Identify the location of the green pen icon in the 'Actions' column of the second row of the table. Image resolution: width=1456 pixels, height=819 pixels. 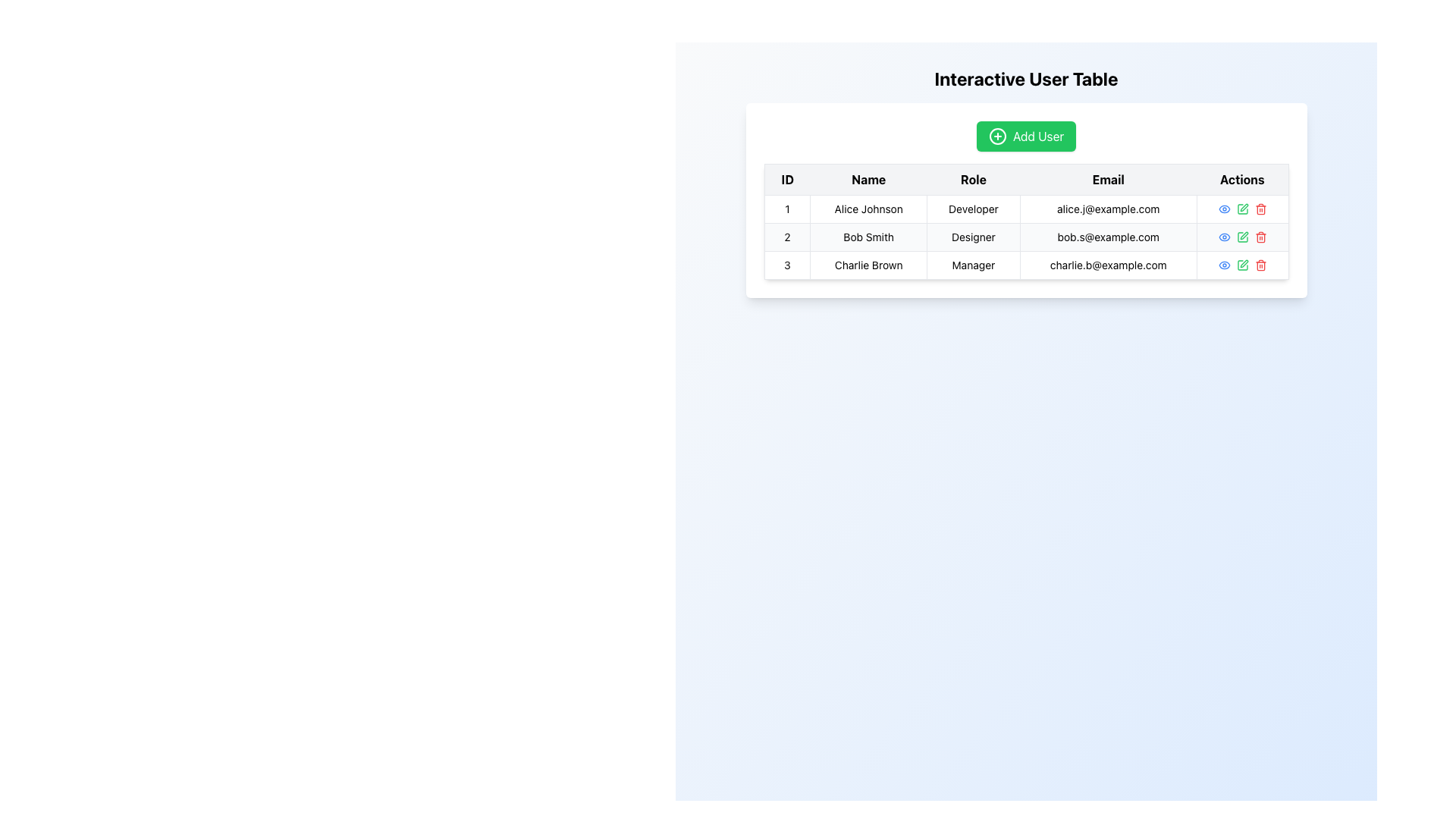
(1242, 237).